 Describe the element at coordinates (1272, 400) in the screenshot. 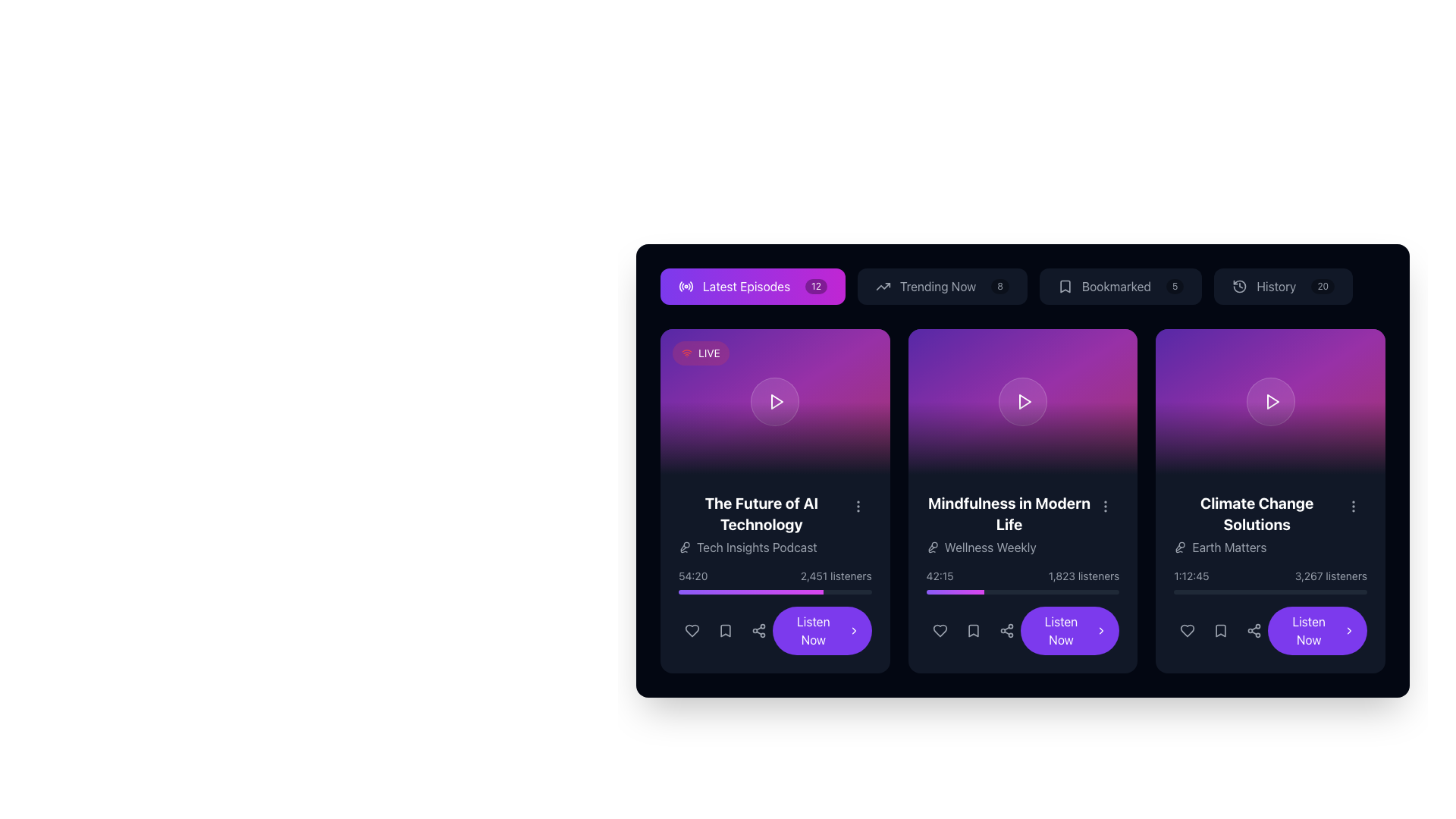

I see `the Play button icon for the 'Climate Change Solutions' content` at that location.